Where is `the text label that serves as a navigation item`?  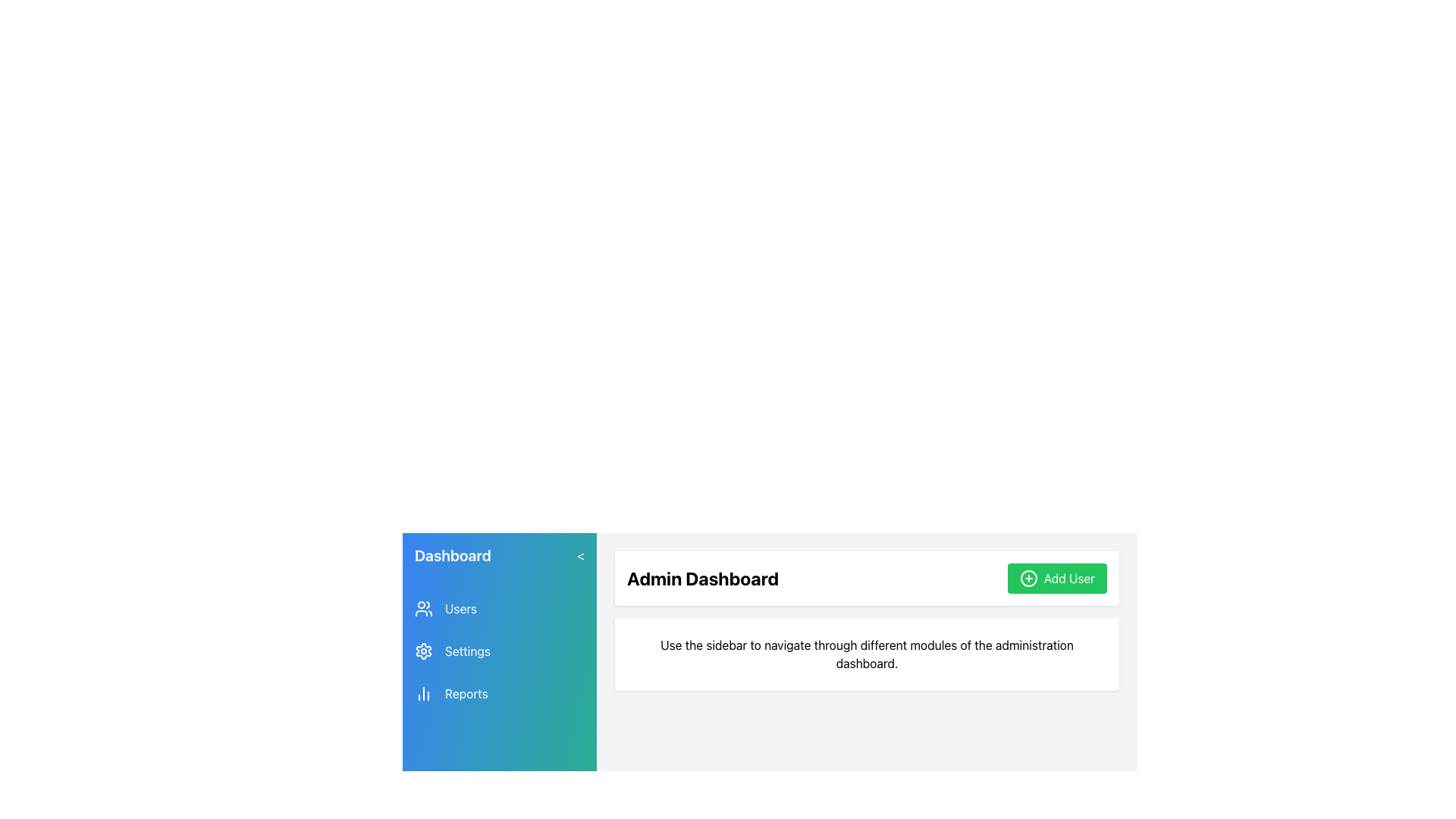 the text label that serves as a navigation item is located at coordinates (466, 651).